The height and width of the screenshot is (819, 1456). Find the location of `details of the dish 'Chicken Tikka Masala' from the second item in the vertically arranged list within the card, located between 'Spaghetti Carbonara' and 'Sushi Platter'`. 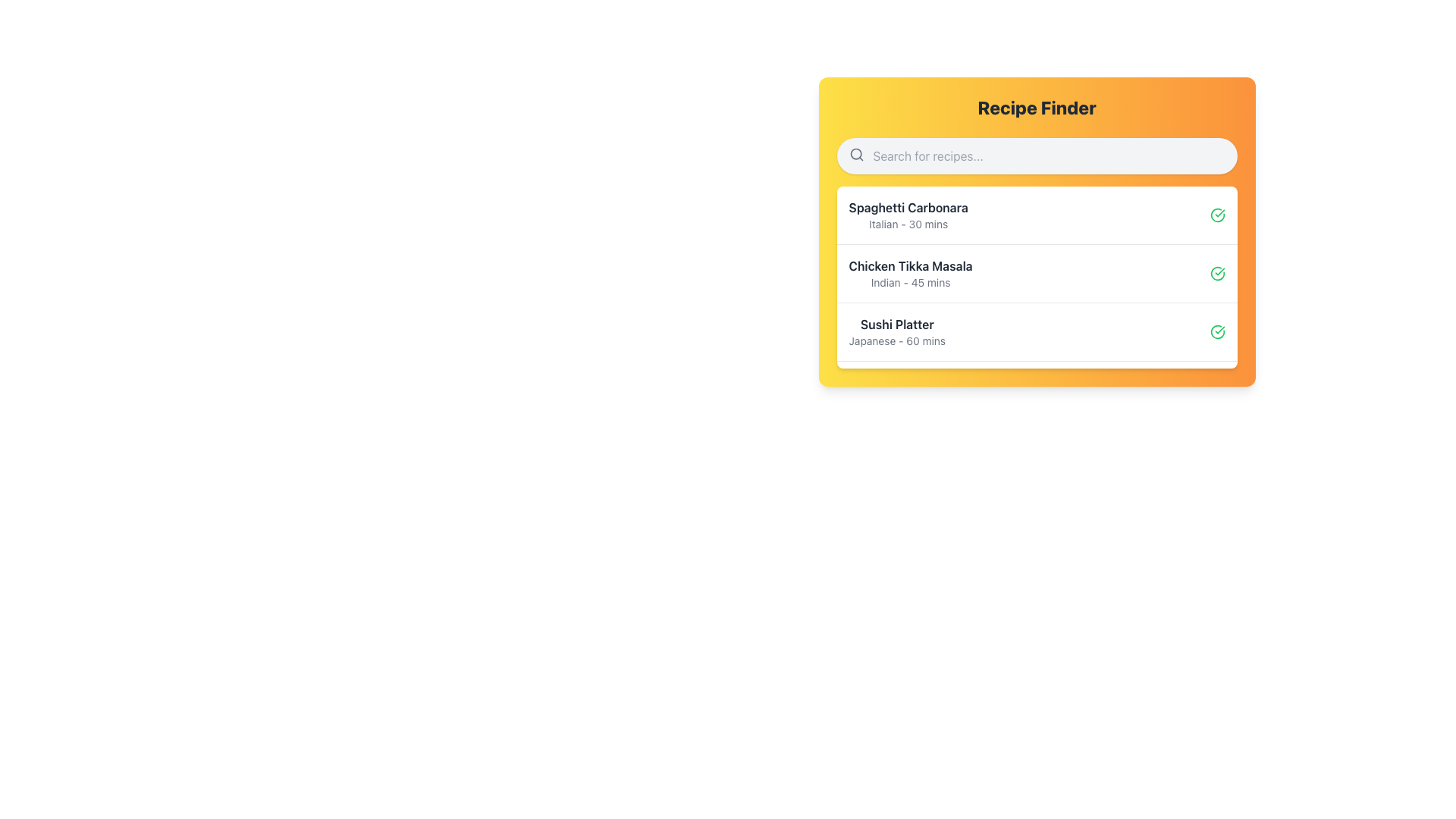

details of the dish 'Chicken Tikka Masala' from the second item in the vertically arranged list within the card, located between 'Spaghetti Carbonara' and 'Sushi Platter' is located at coordinates (1036, 273).